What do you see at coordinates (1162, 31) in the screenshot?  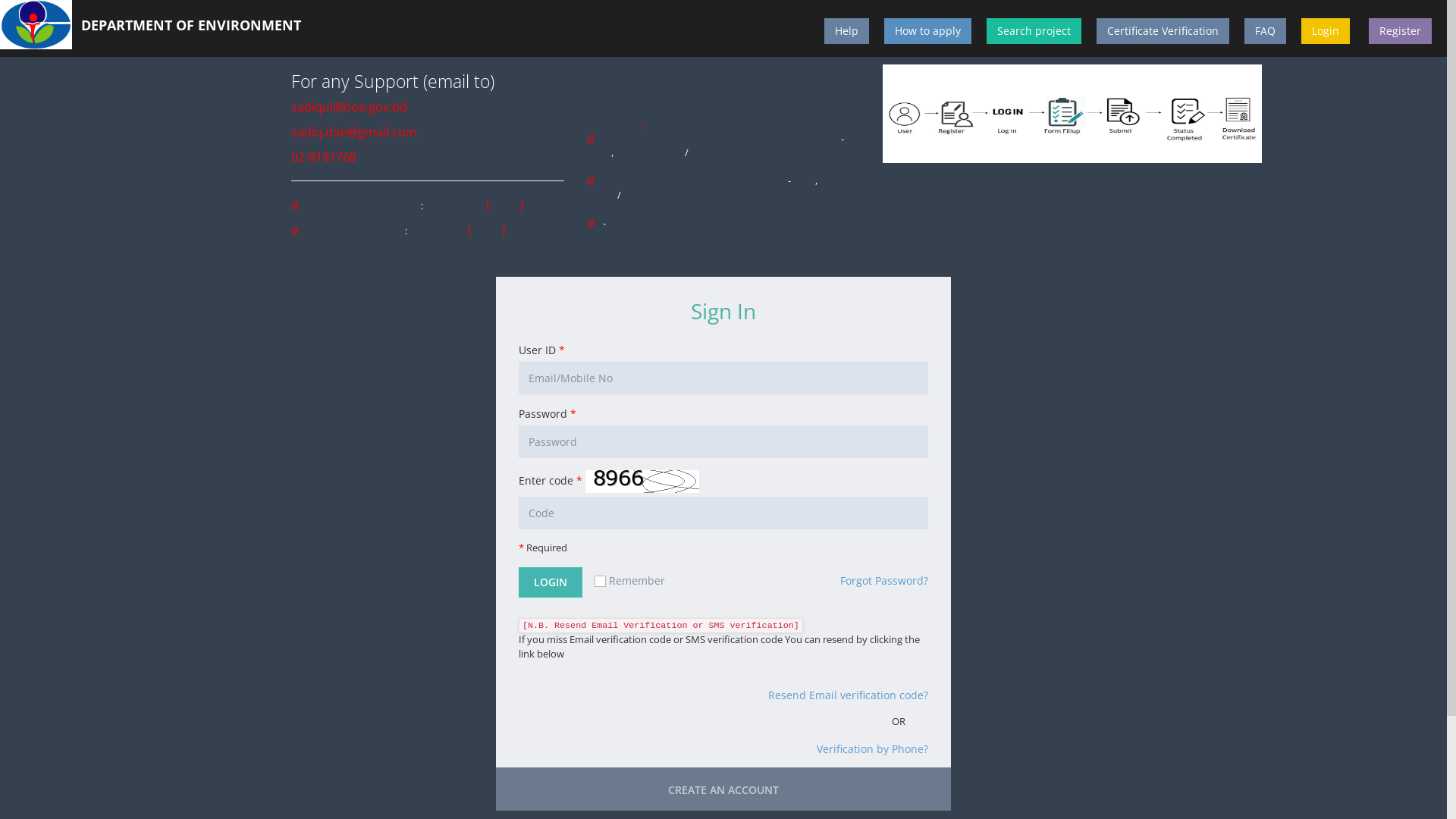 I see `'Certificate Verification'` at bounding box center [1162, 31].